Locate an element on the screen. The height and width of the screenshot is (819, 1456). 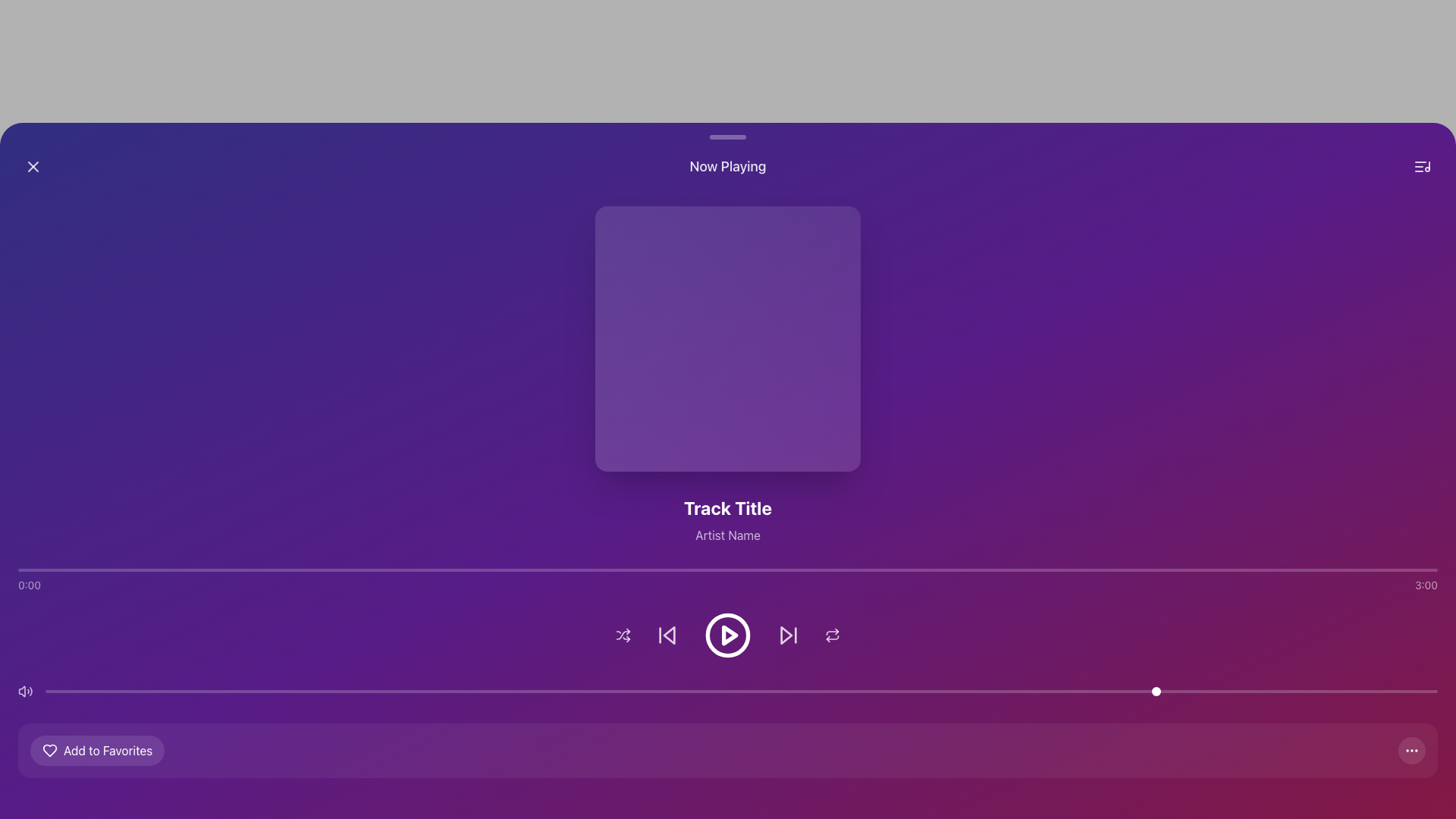
the repeat button located at the farthest right position in the horizontal menu of the media playback interface is located at coordinates (832, 635).